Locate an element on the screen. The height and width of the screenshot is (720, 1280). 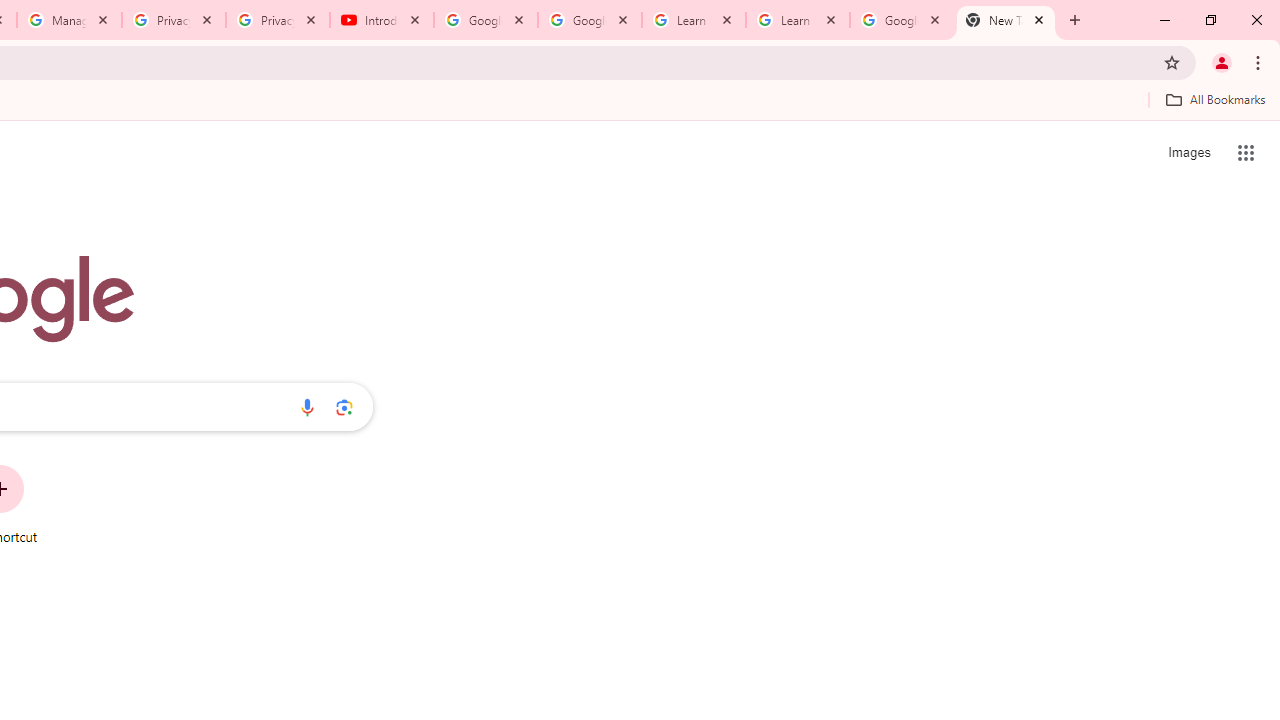
'You' is located at coordinates (1220, 61).